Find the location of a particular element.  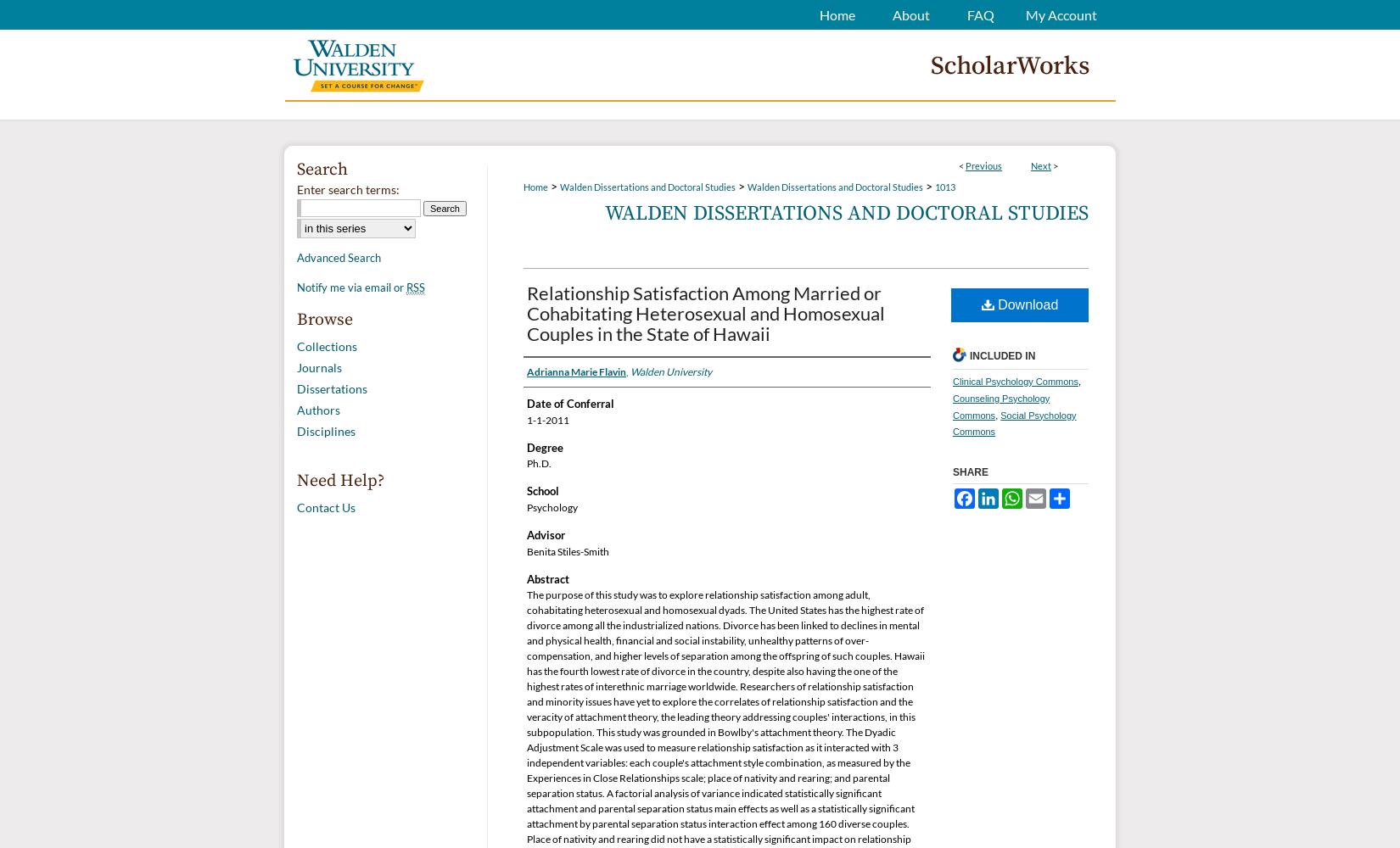

'Advisor' is located at coordinates (545, 535).